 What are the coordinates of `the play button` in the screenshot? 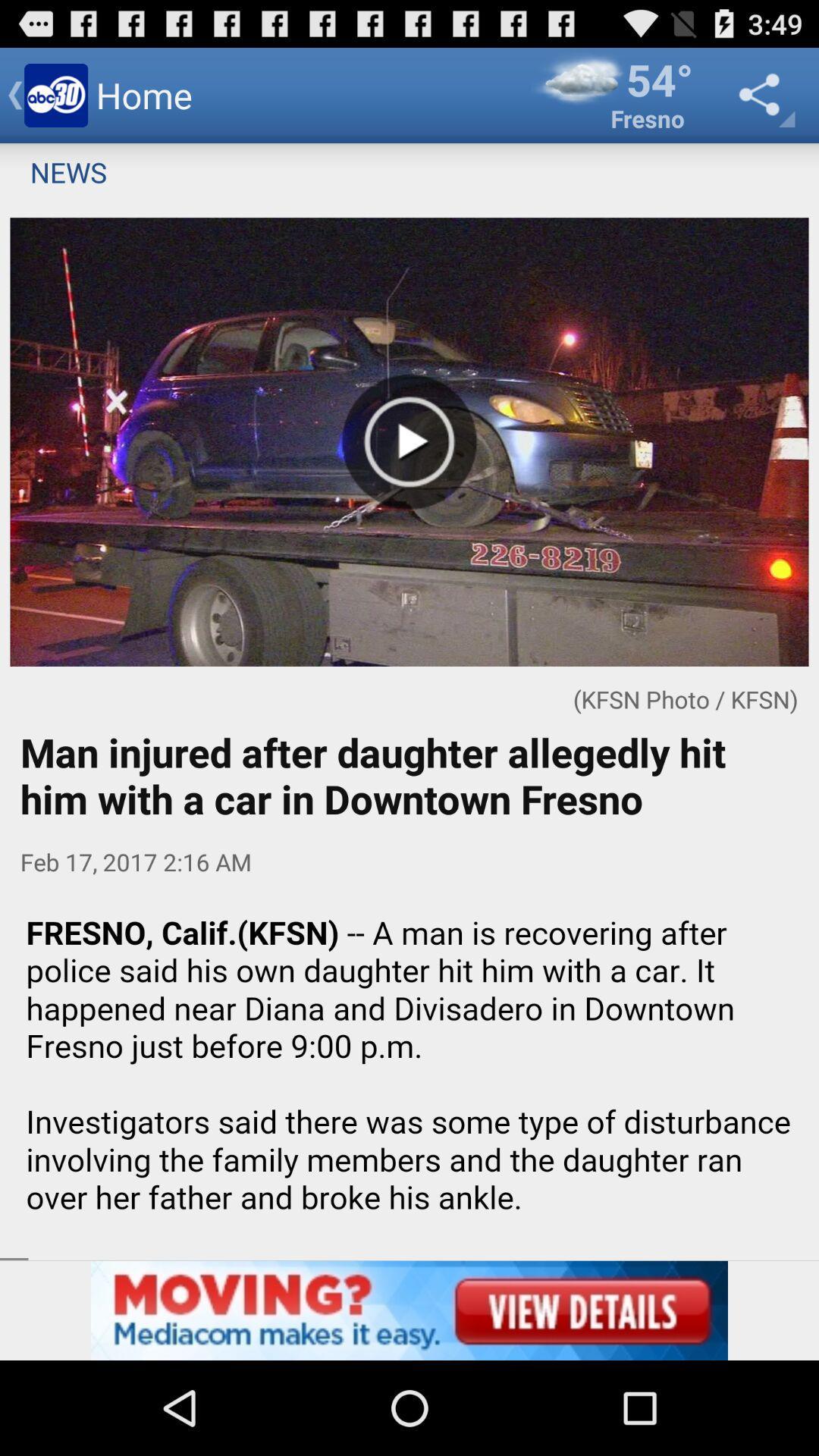 It's located at (409, 441).